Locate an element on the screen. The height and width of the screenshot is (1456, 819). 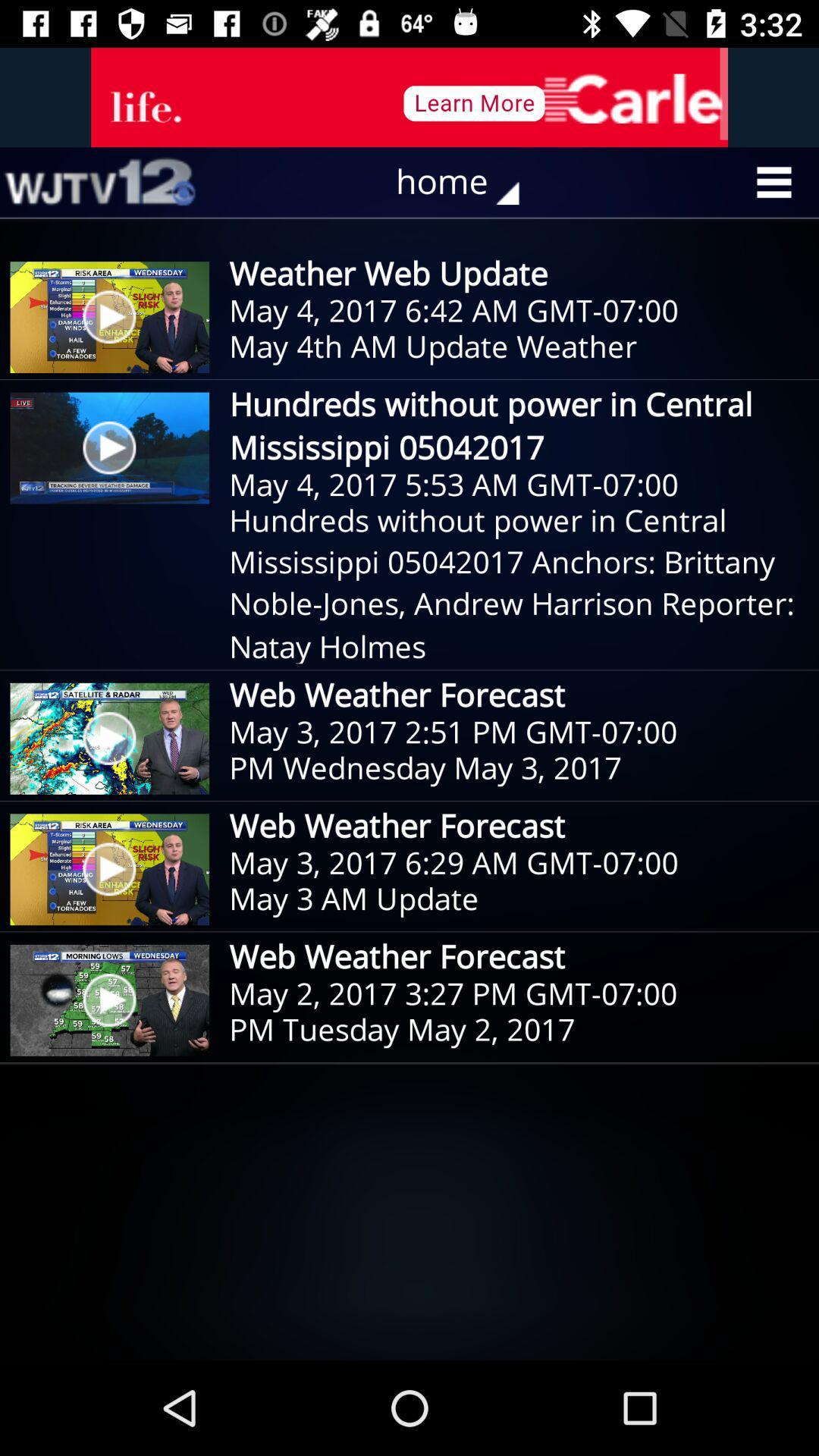
the home icon is located at coordinates (467, 182).